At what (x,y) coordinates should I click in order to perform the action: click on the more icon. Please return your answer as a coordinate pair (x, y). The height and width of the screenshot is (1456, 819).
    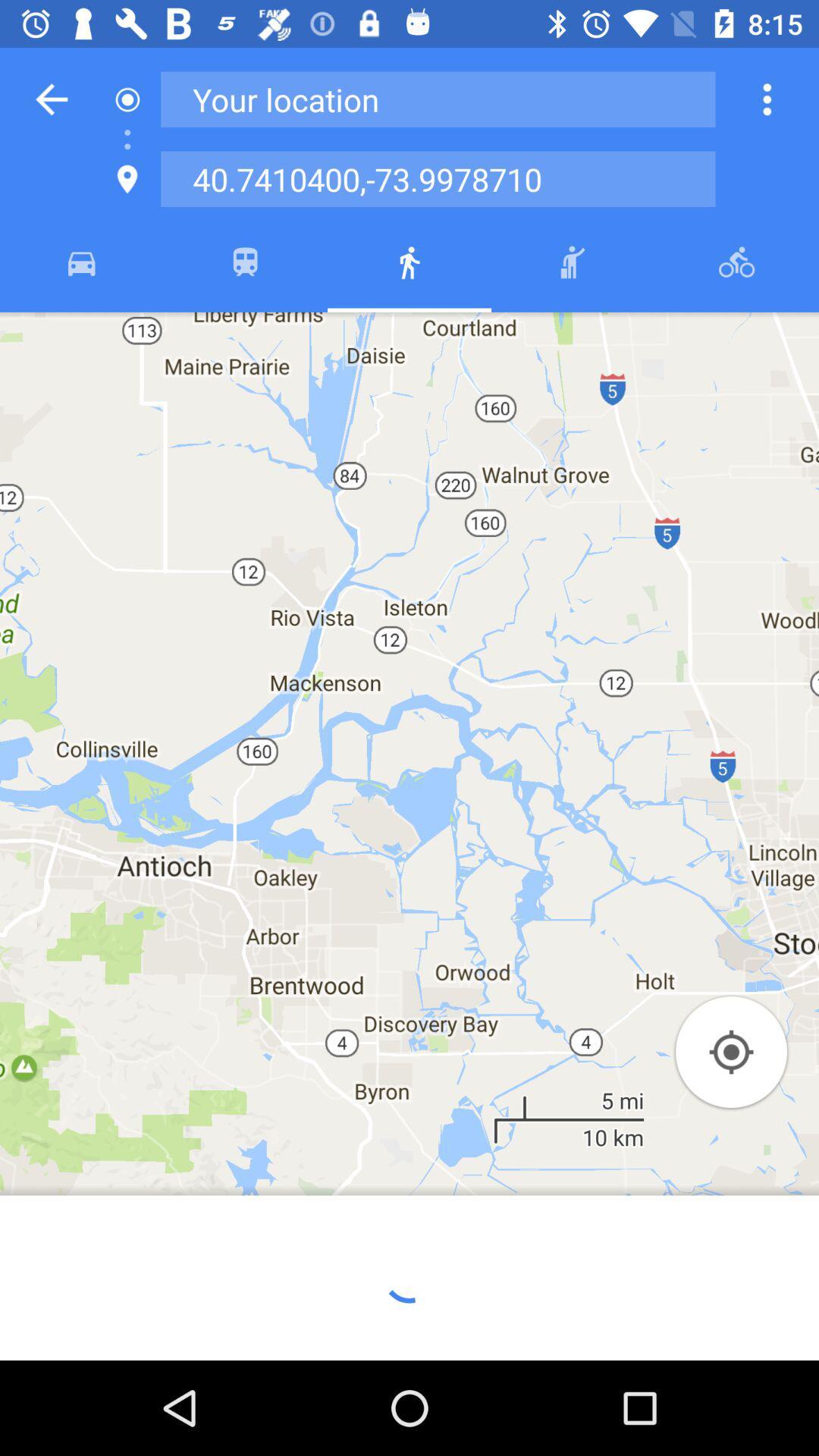
    Looking at the image, I should click on (767, 99).